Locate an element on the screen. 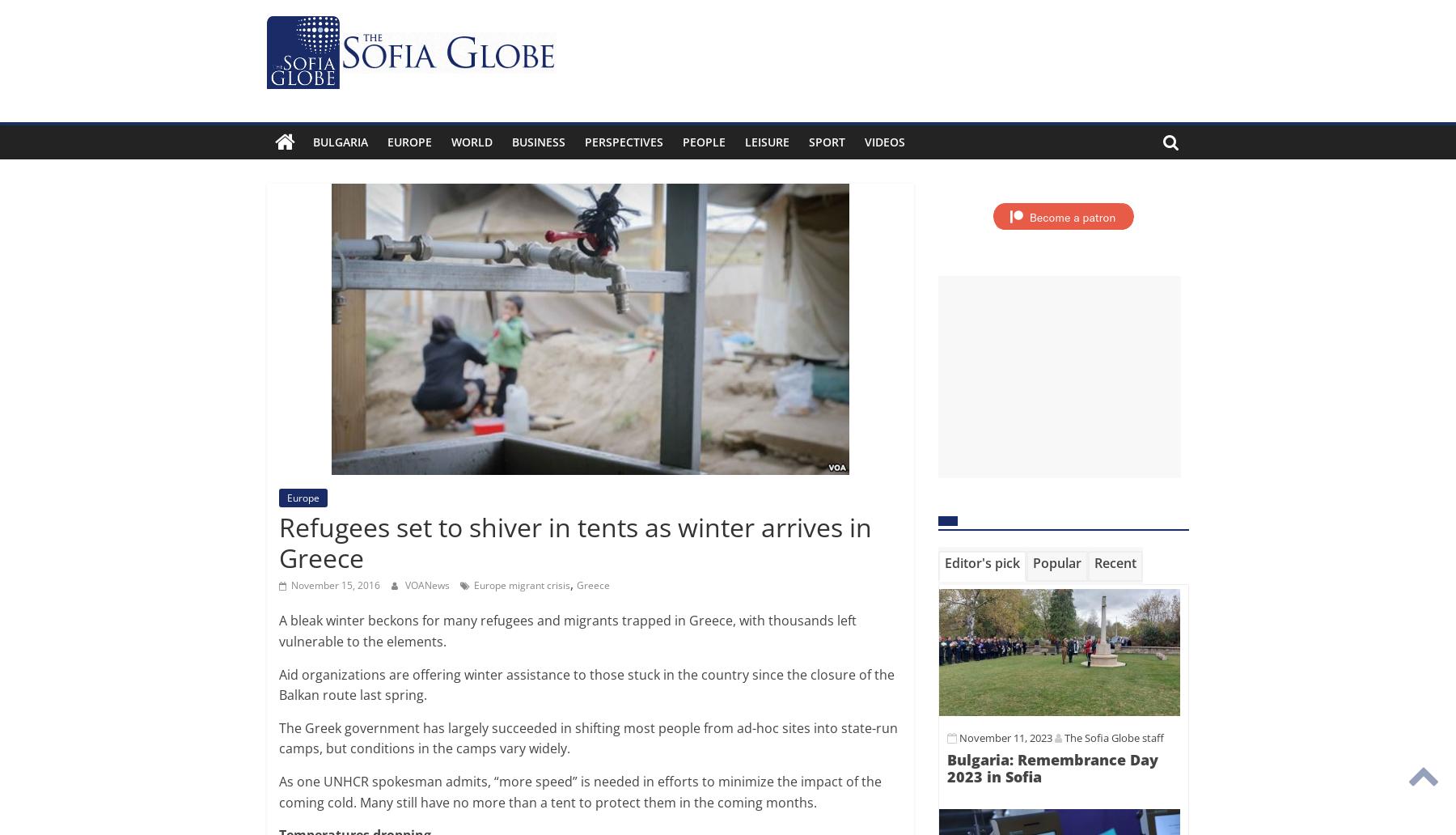 Image resolution: width=1456 pixels, height=835 pixels. 'November 11, 2023' is located at coordinates (1005, 736).